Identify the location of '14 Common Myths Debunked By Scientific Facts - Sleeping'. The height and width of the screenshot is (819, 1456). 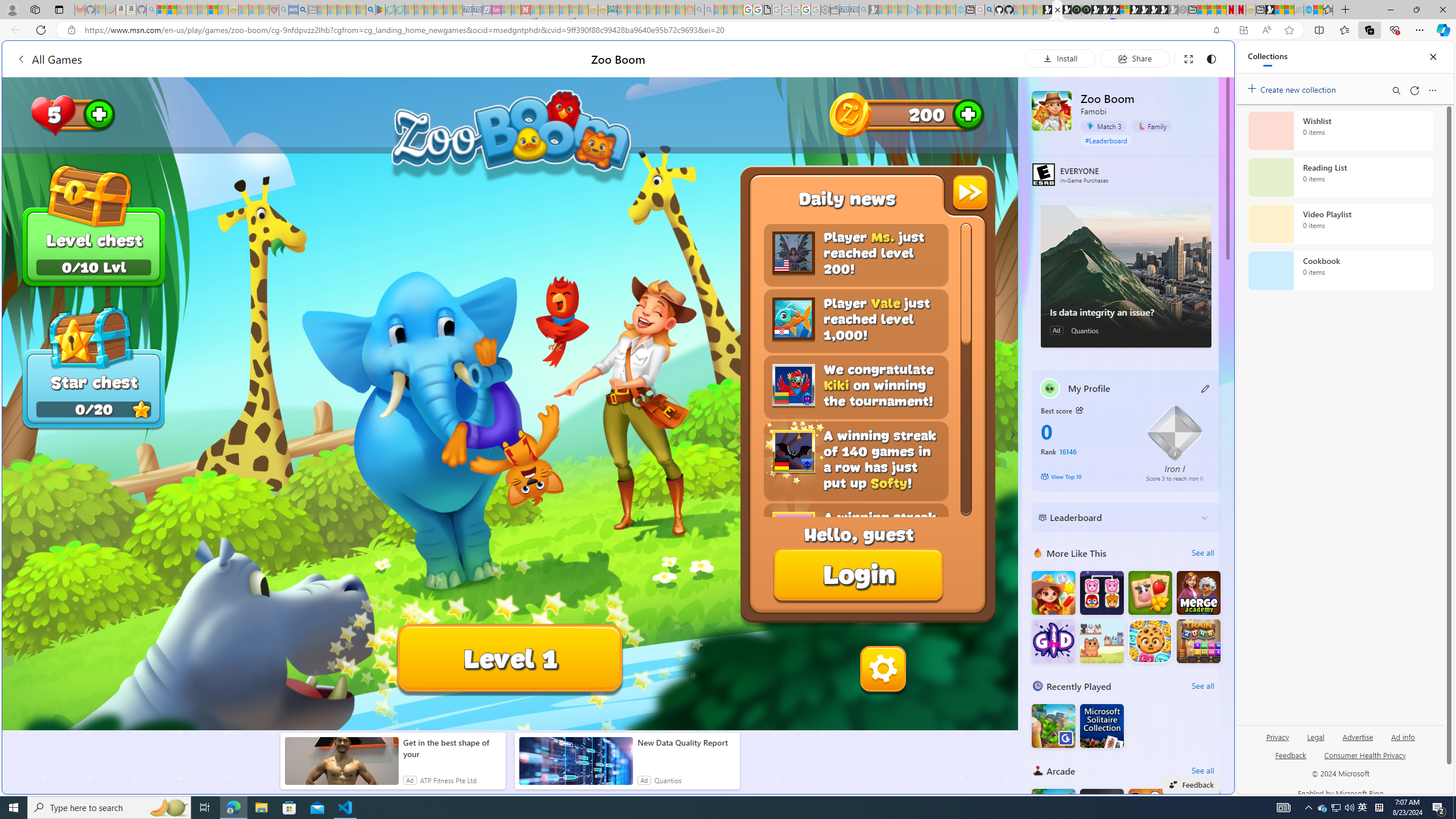
(544, 9).